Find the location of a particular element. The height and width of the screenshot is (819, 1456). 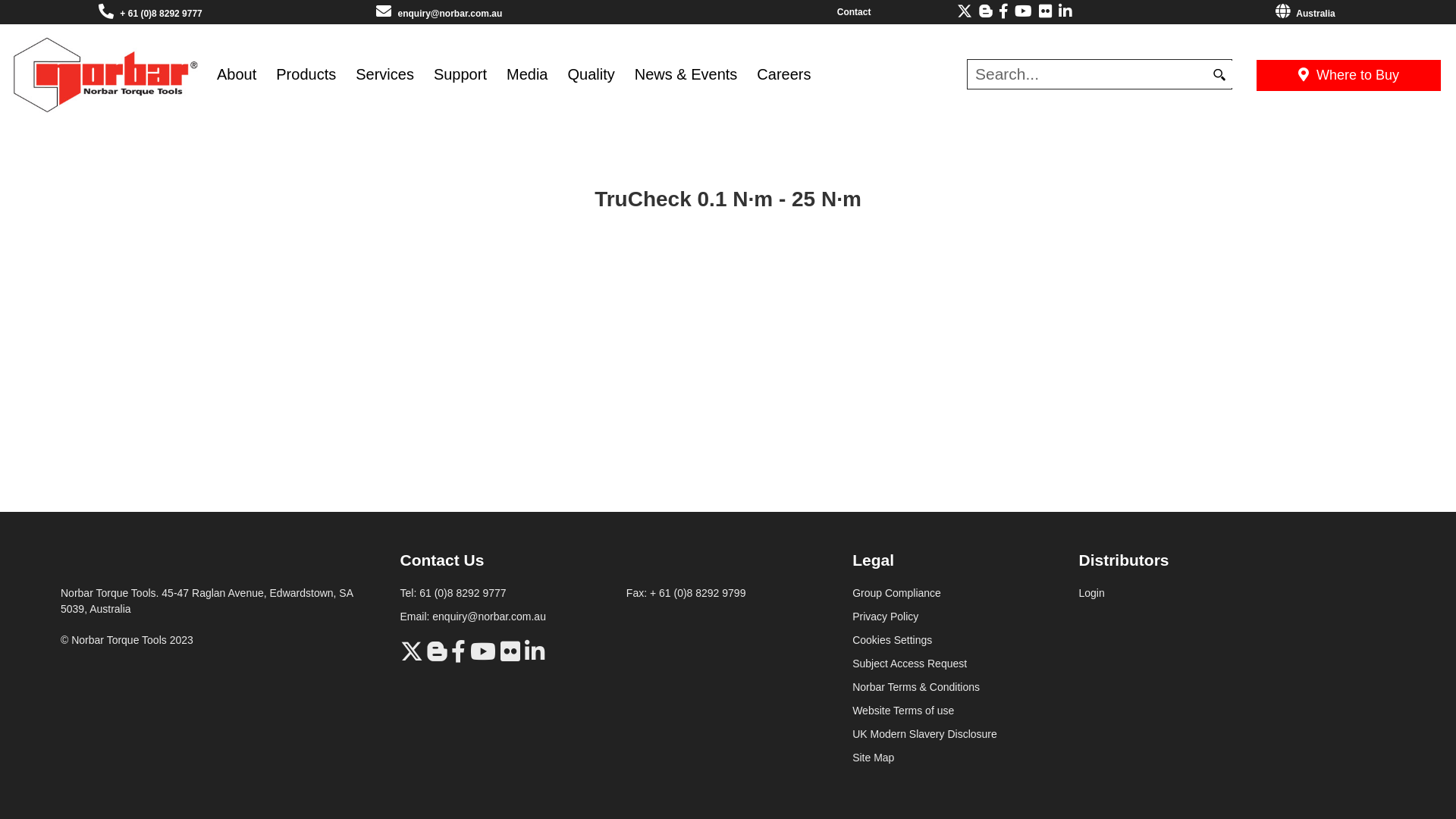

'Support' is located at coordinates (423, 74).